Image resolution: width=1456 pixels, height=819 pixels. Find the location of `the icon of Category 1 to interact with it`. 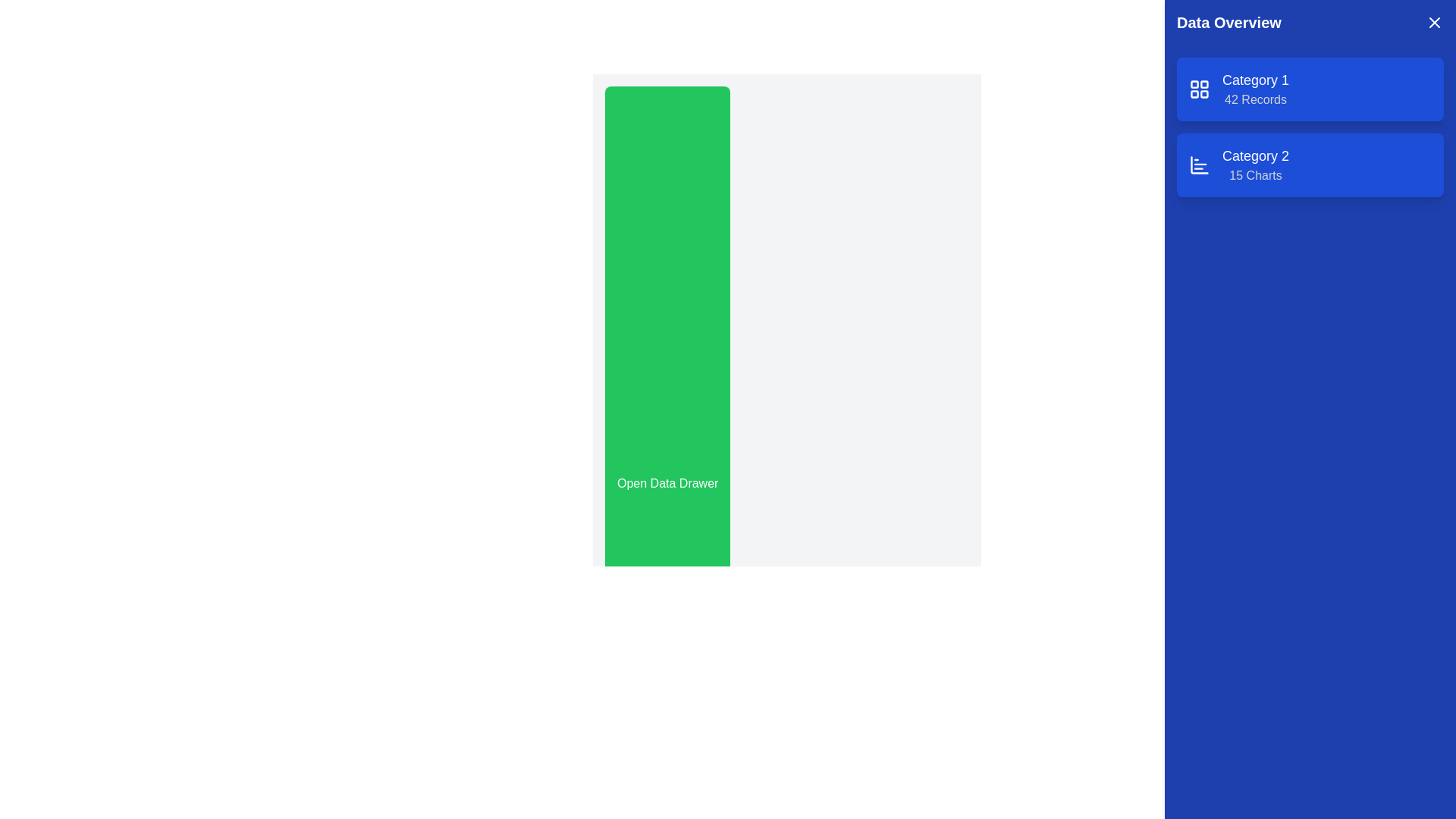

the icon of Category 1 to interact with it is located at coordinates (1199, 89).